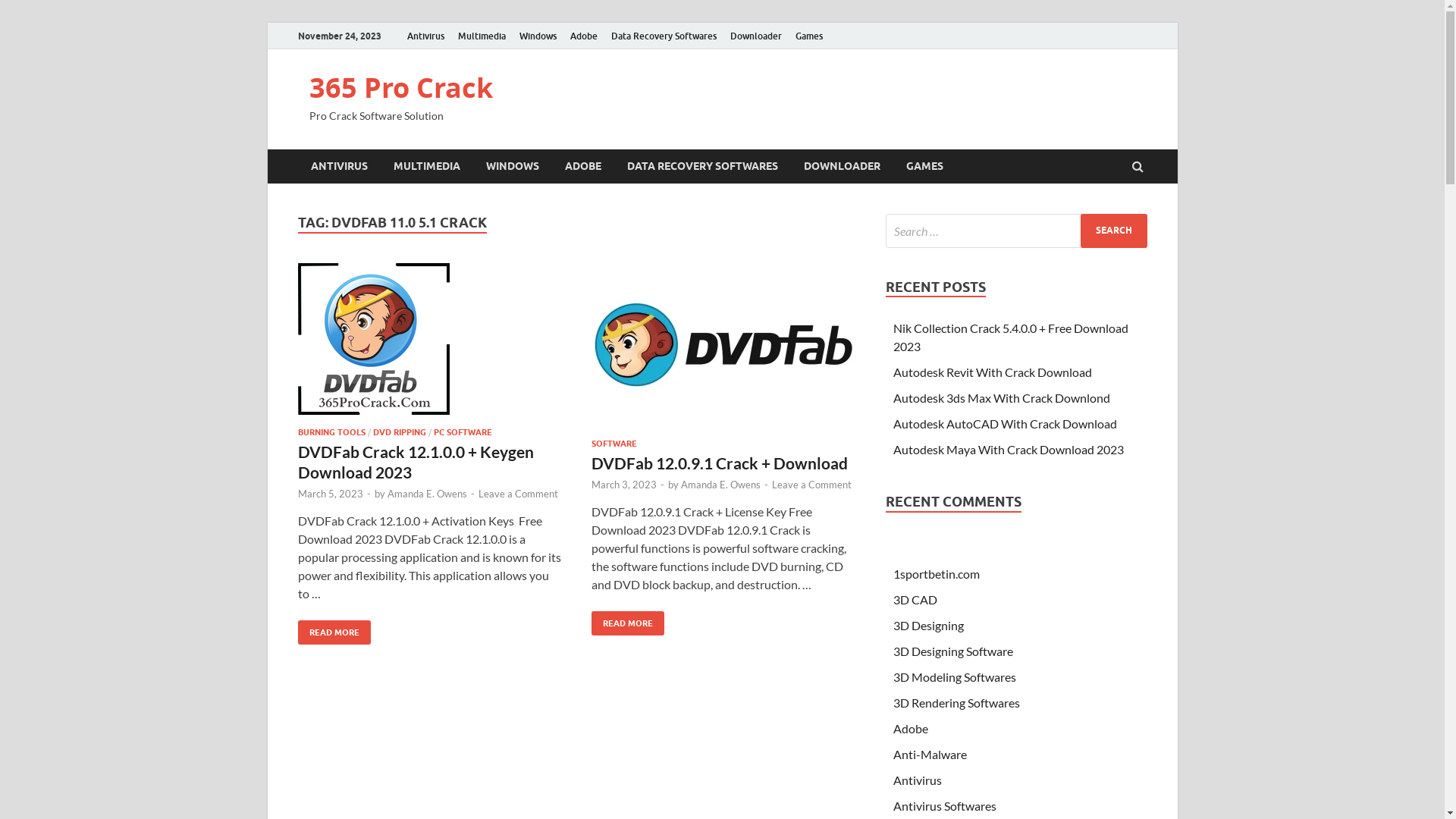 This screenshot has width=1456, height=819. Describe the element at coordinates (432, 432) in the screenshot. I see `'PC SOFTWARE'` at that location.